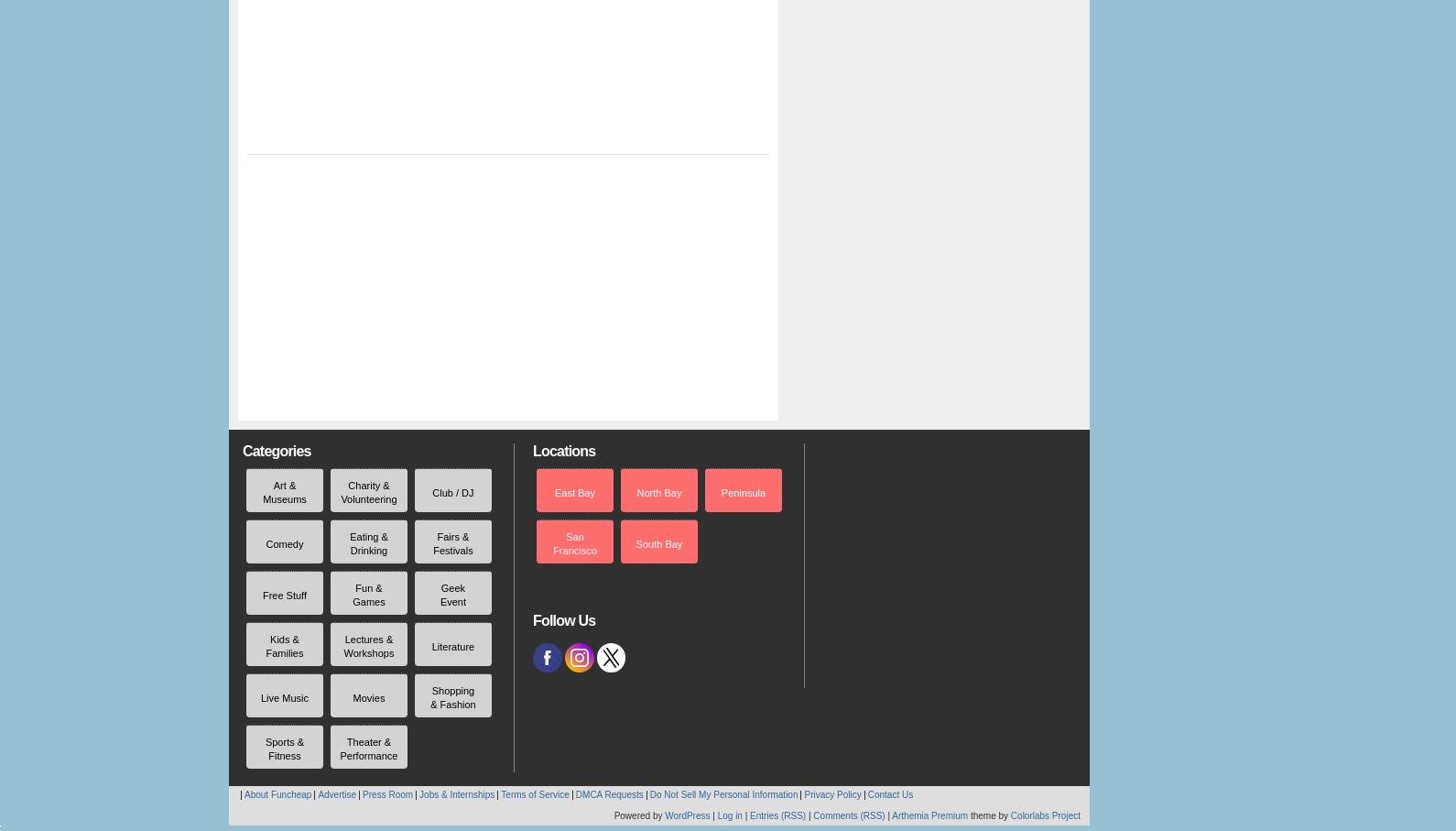 The image size is (1456, 831). I want to click on 'Powered by', so click(638, 815).